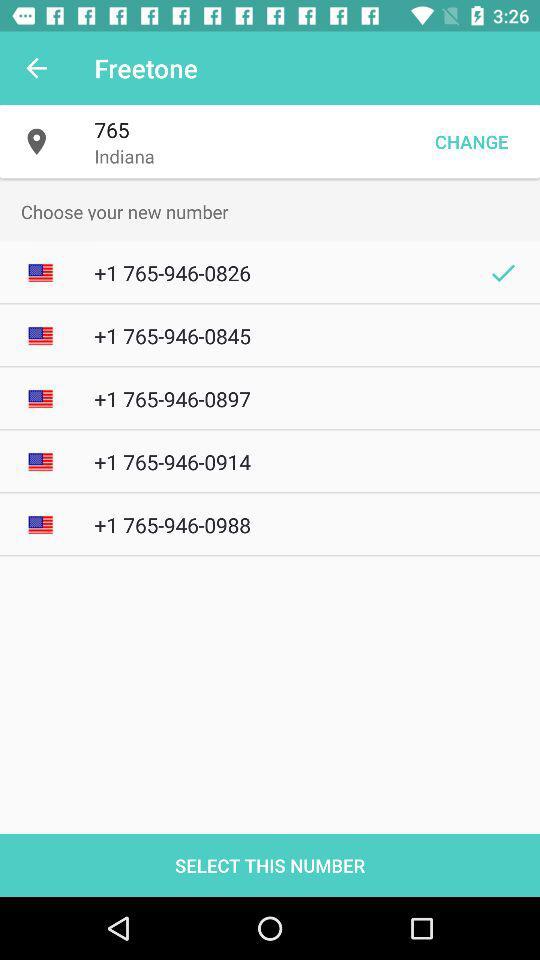  Describe the element at coordinates (270, 864) in the screenshot. I see `the select this number item` at that location.